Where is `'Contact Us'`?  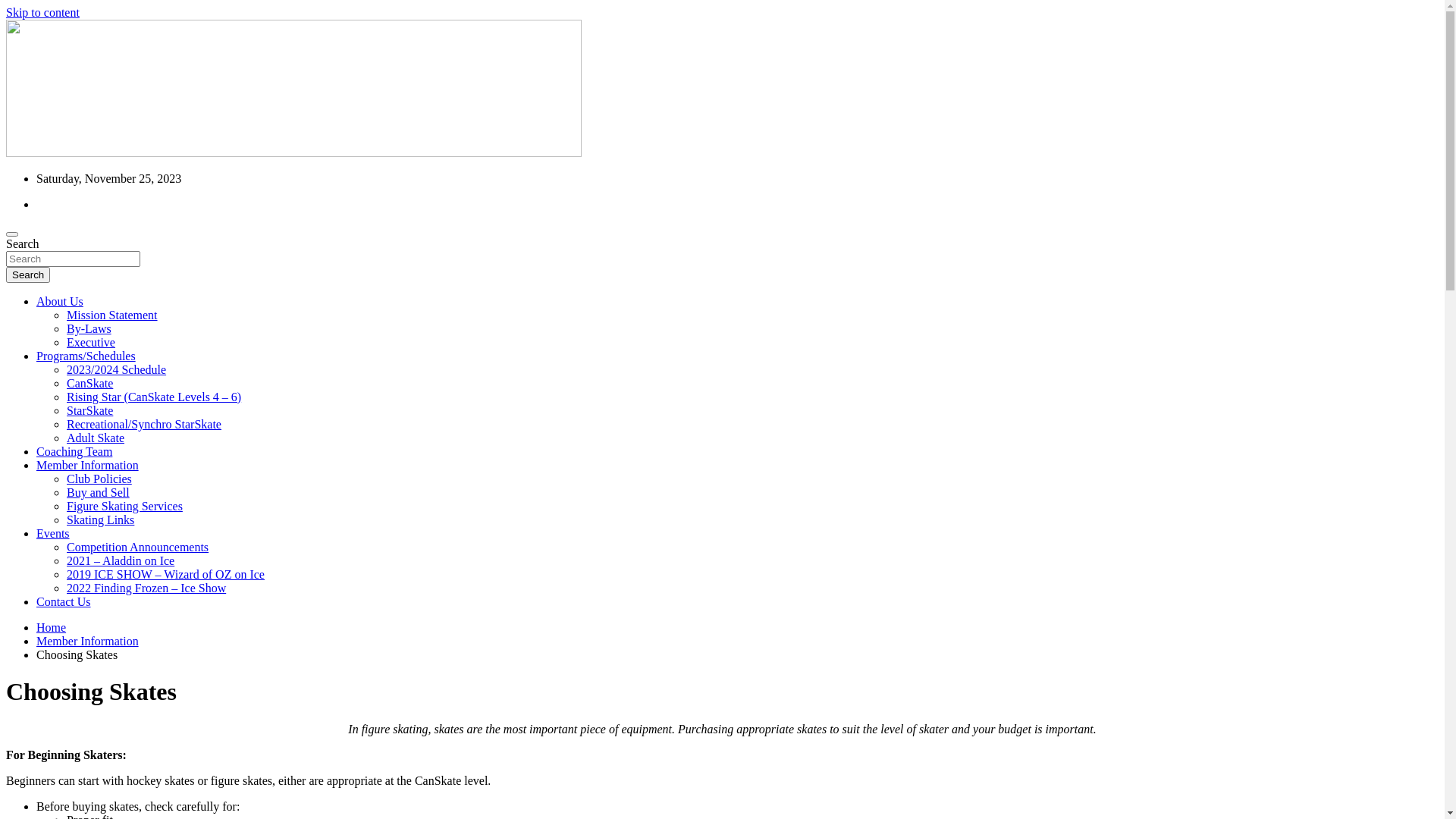 'Contact Us' is located at coordinates (62, 601).